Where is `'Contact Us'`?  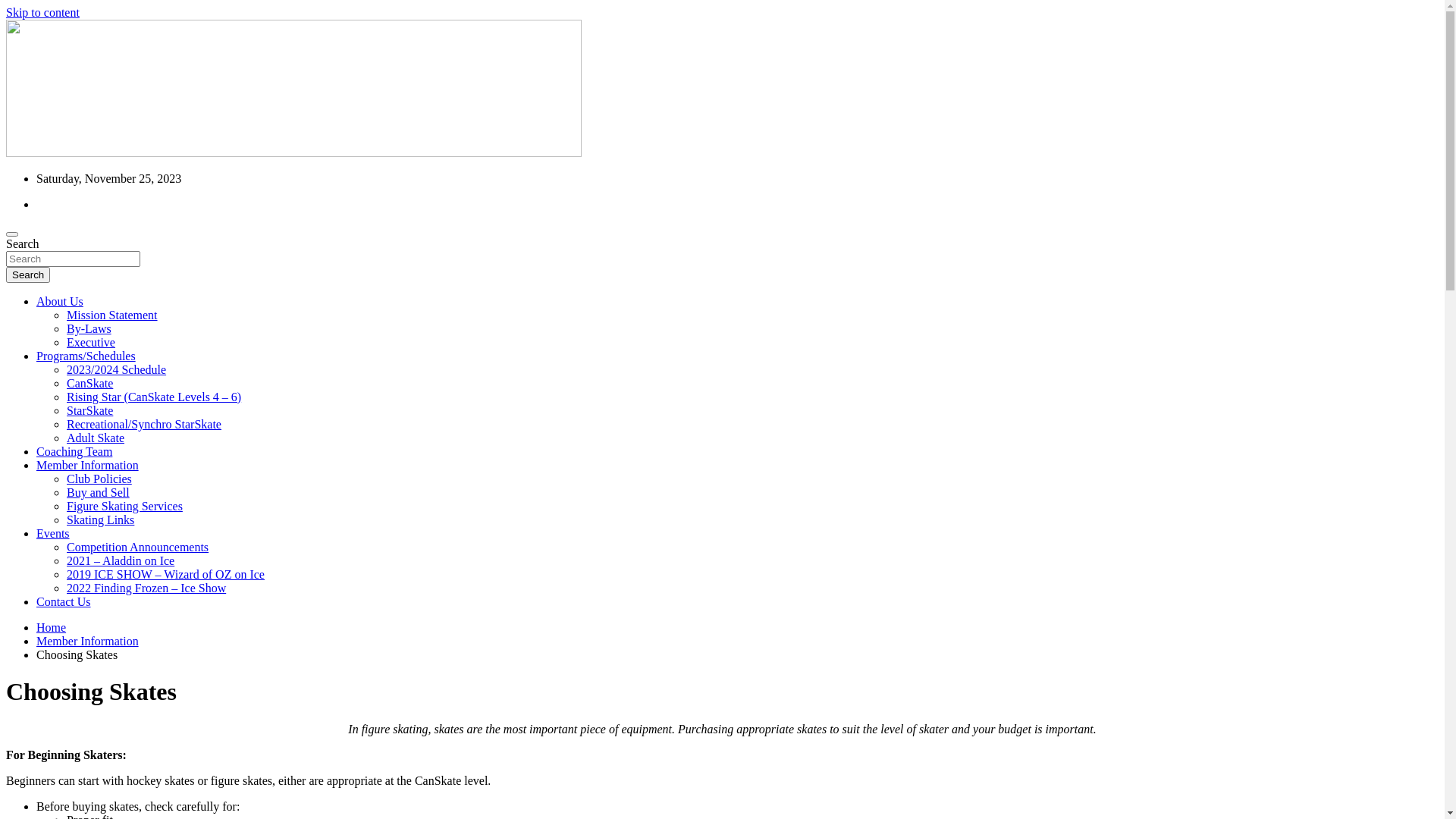 'Contact Us' is located at coordinates (62, 601).